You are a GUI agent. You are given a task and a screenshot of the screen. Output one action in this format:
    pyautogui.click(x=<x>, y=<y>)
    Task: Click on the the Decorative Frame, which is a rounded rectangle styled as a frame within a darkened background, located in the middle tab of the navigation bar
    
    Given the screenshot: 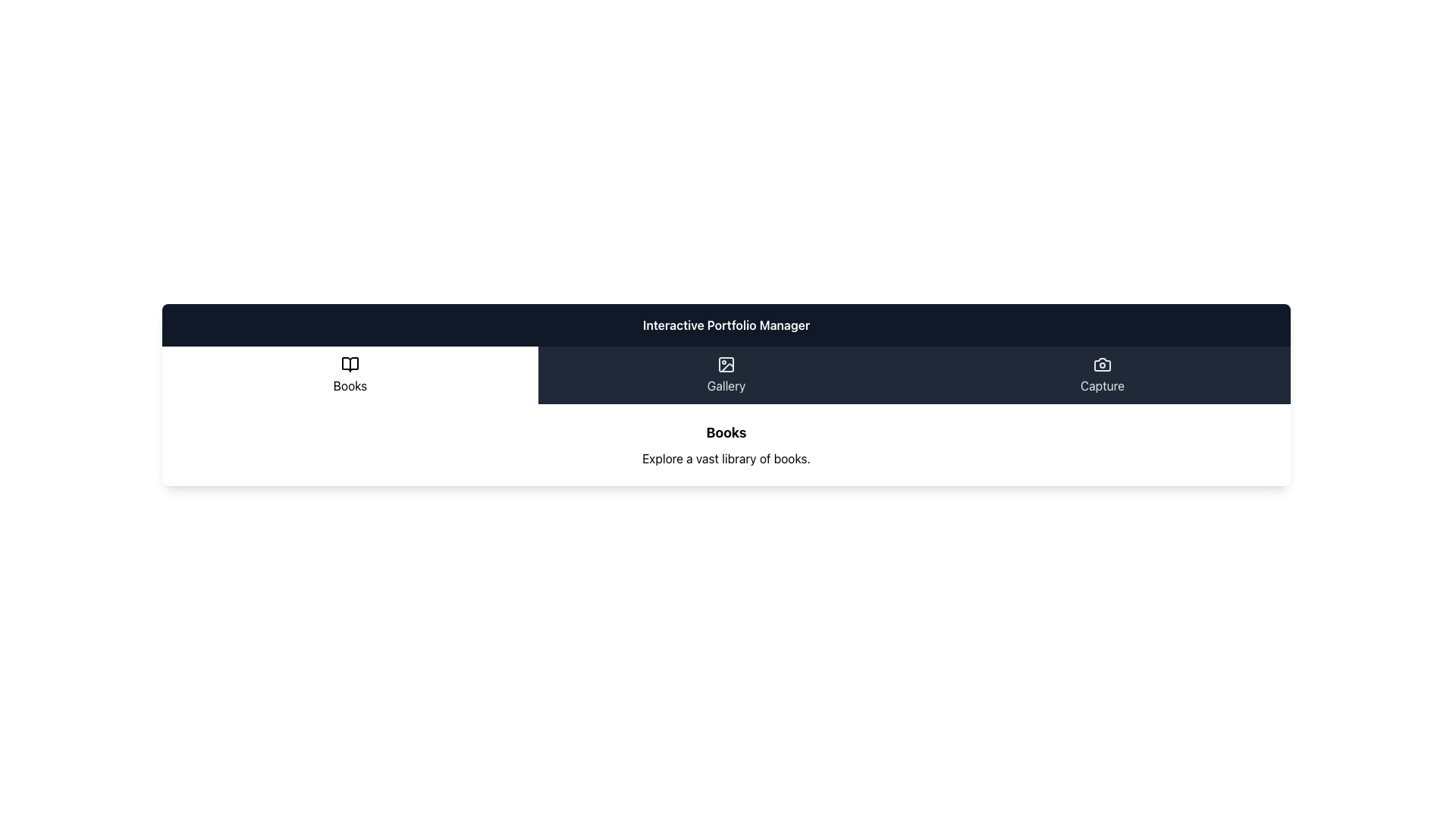 What is the action you would take?
    pyautogui.click(x=726, y=365)
    